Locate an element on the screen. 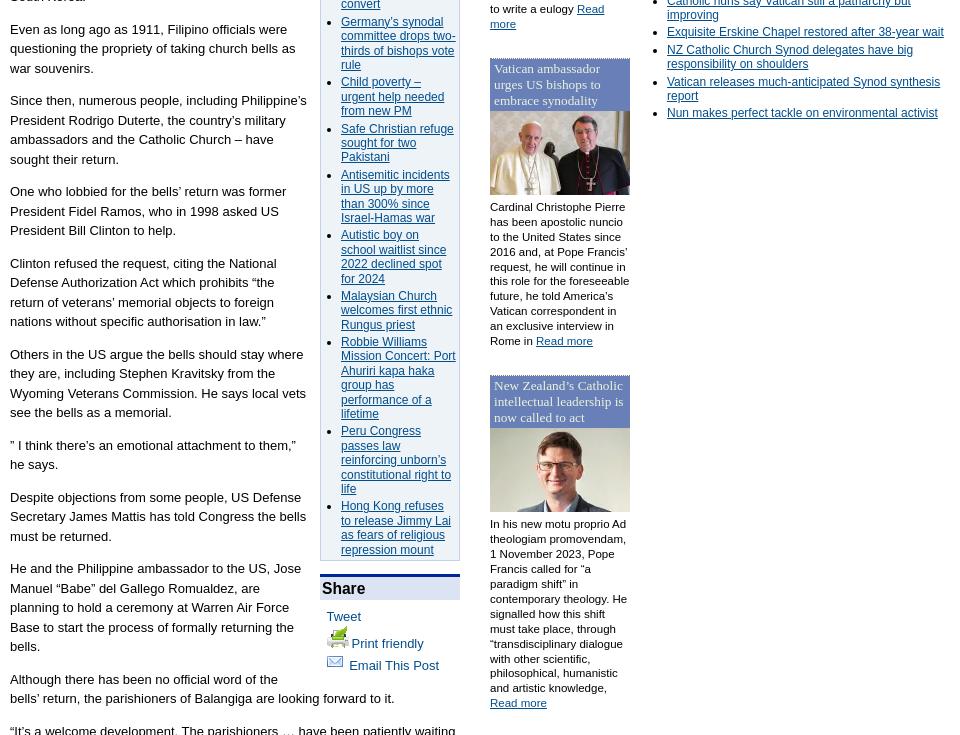 The height and width of the screenshot is (735, 960). 'Malaysian Church welcomes first ethnic Rungus priest' is located at coordinates (395, 309).